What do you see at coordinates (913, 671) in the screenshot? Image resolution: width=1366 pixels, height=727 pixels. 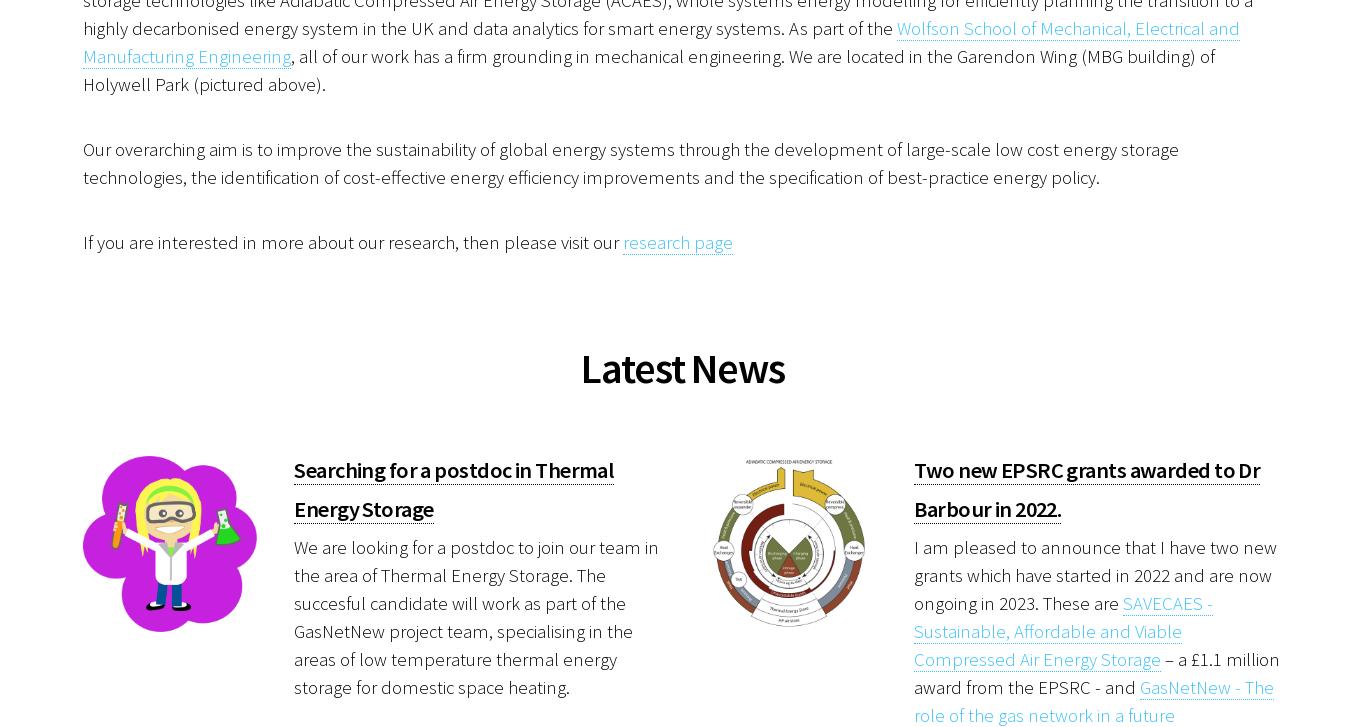 I see `'– a £1.1 million award from the EPSRC - and'` at bounding box center [913, 671].